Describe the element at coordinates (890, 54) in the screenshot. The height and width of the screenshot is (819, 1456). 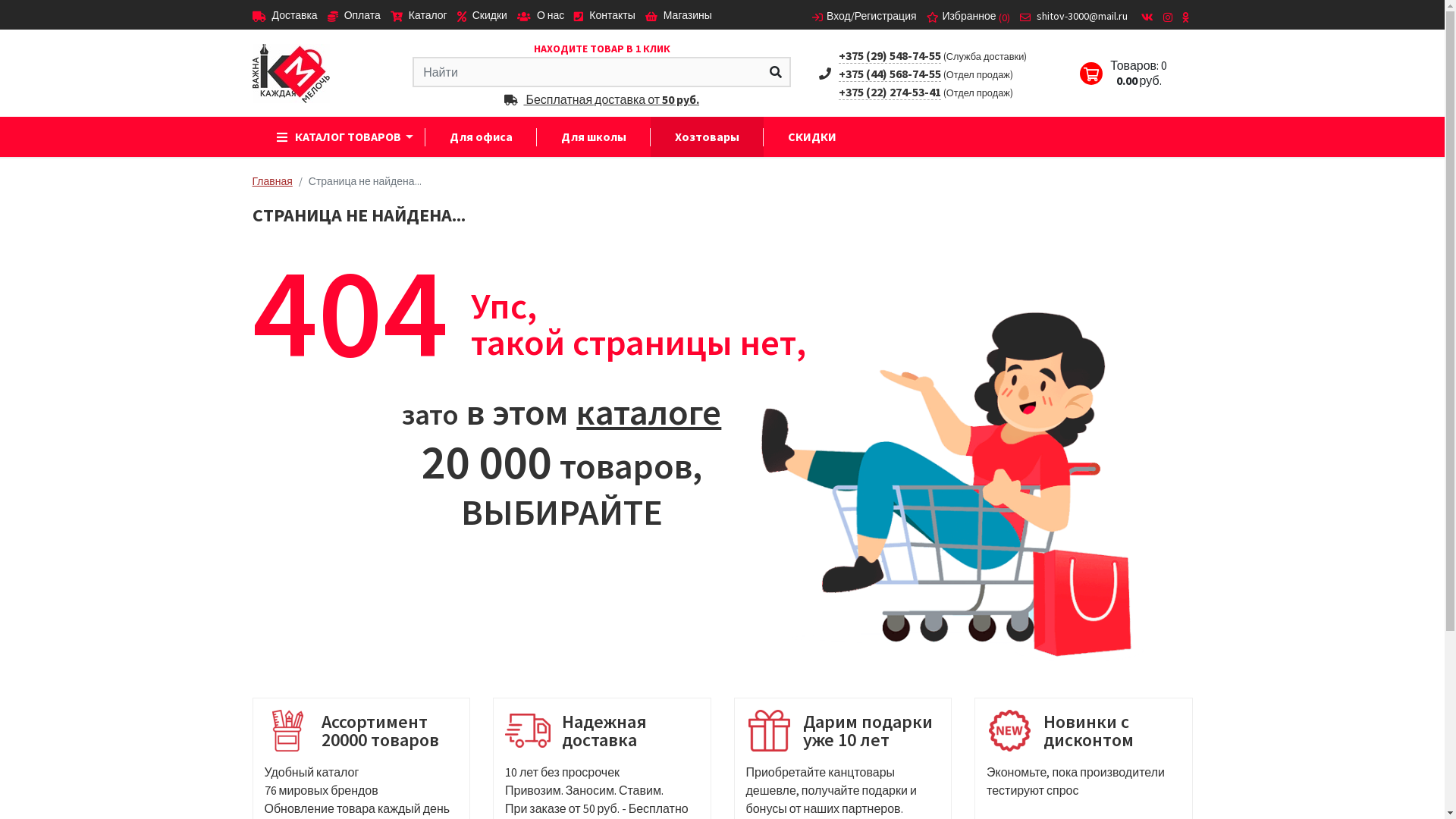
I see `'+375 (29) 548-74-55'` at that location.